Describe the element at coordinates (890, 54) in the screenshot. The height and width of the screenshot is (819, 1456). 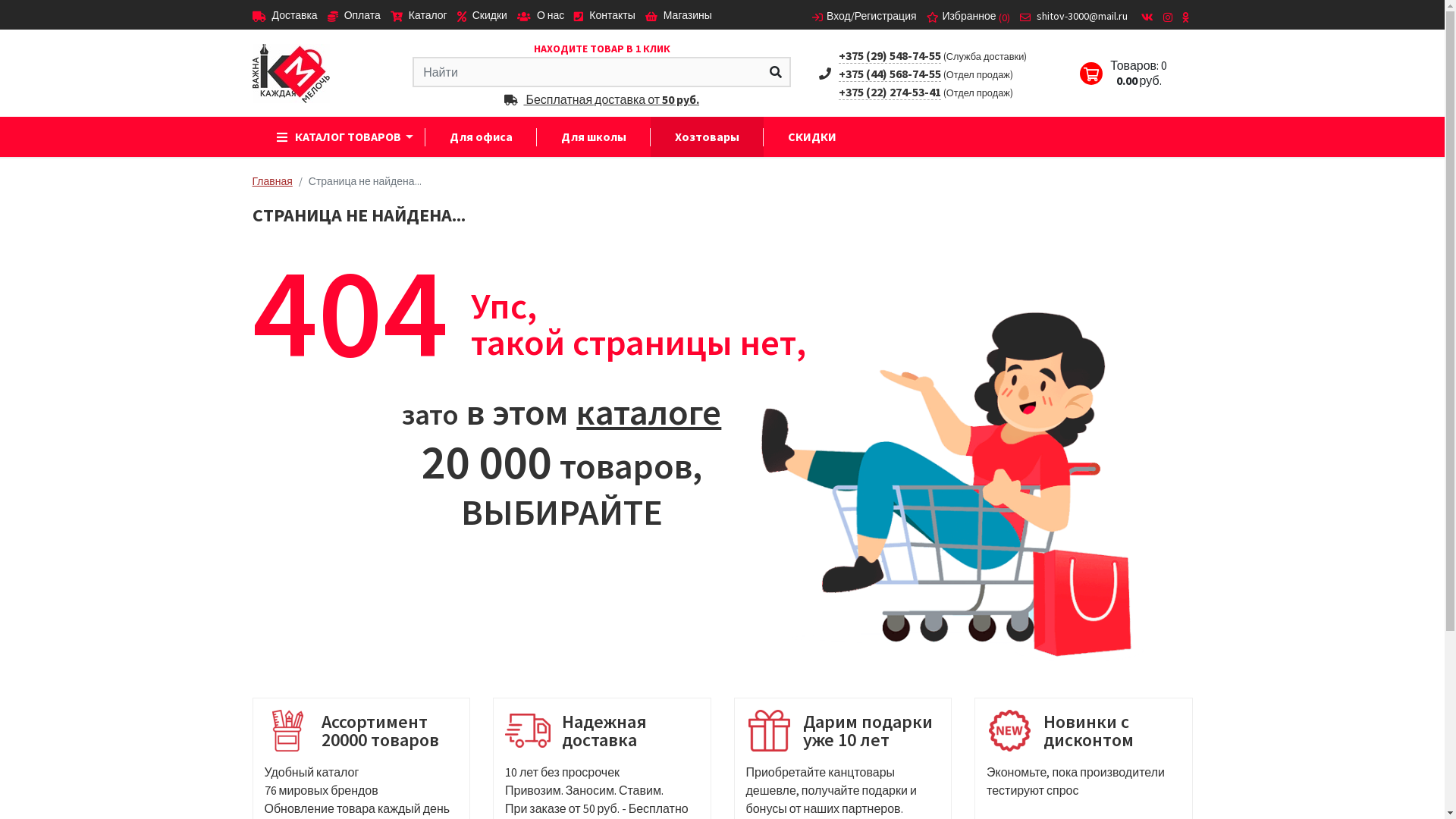
I see `'+375 (29) 548-74-55'` at that location.